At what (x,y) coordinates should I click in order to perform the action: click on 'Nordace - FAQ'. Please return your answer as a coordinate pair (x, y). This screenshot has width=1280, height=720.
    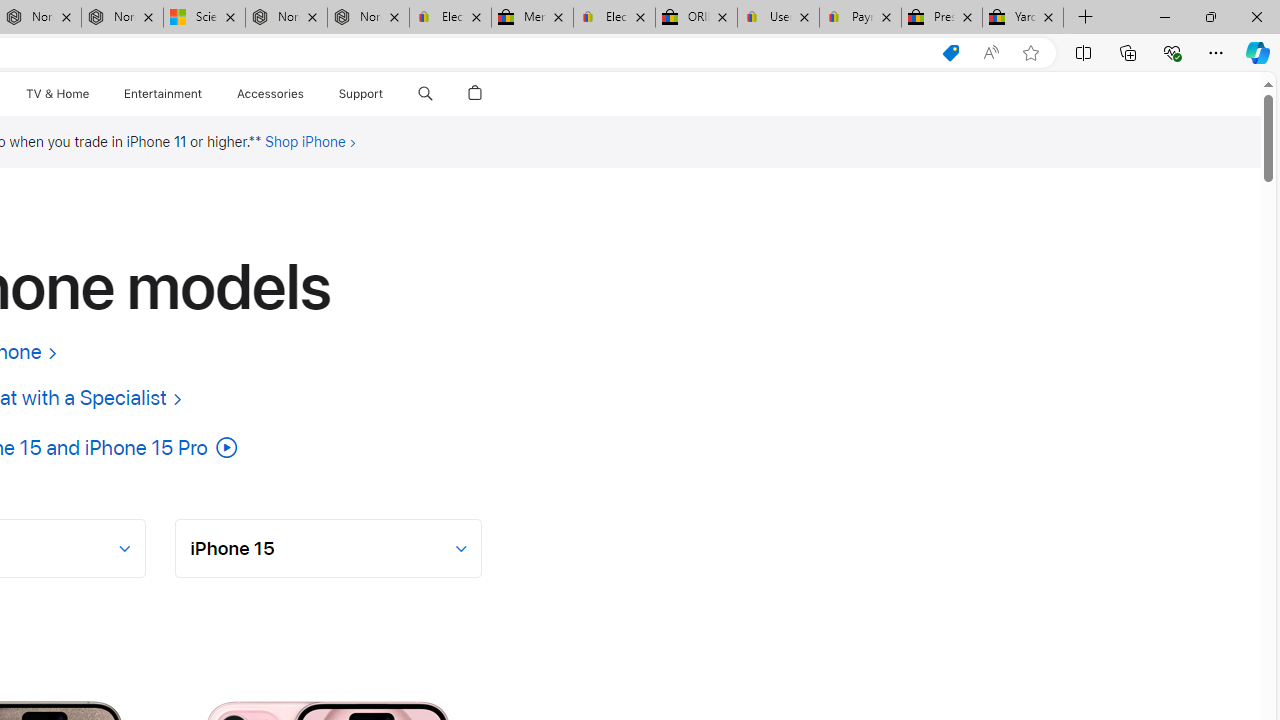
    Looking at the image, I should click on (368, 17).